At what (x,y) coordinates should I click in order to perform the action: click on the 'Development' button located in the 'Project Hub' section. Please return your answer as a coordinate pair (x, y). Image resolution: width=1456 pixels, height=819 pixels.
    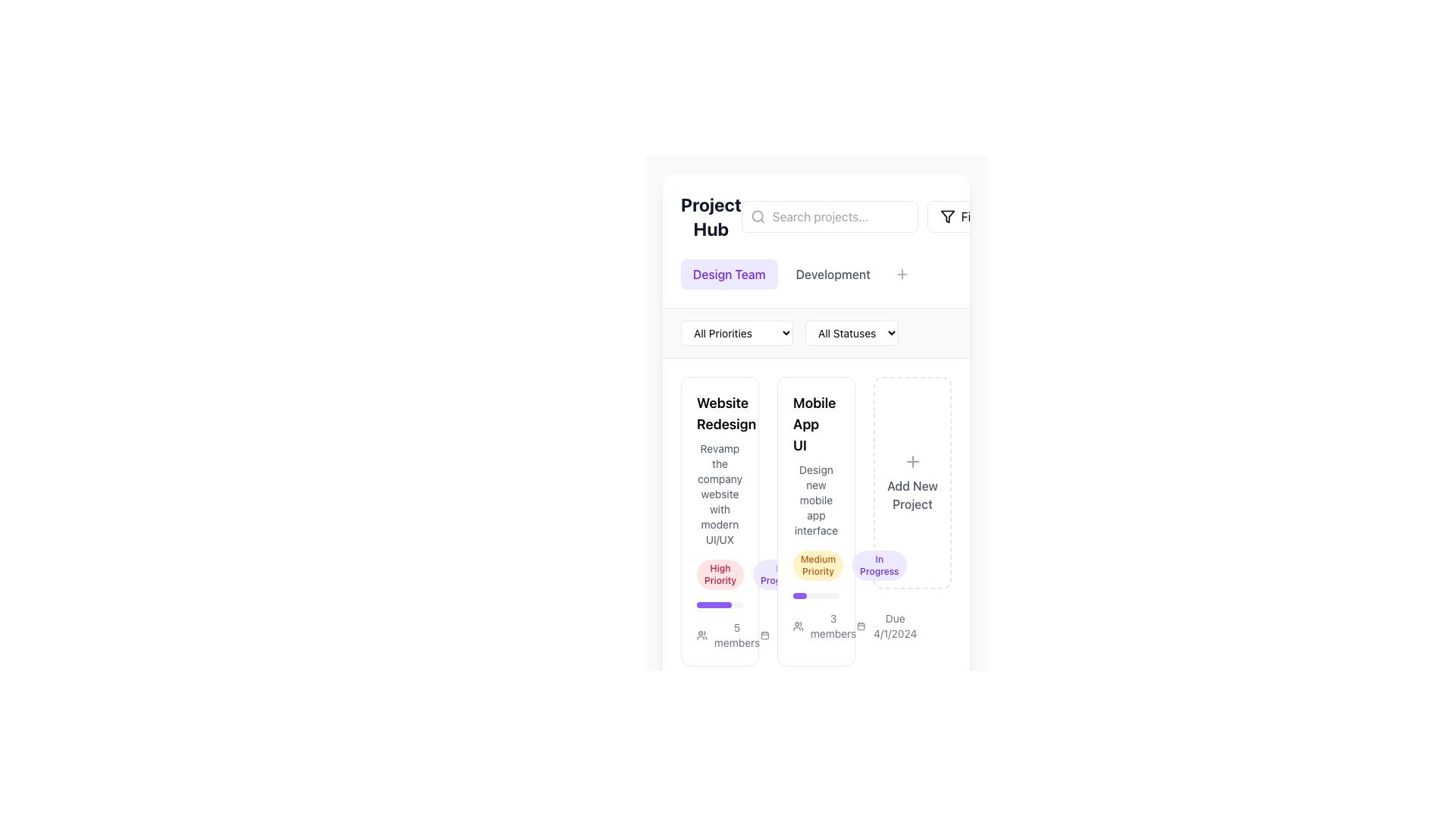
    Looking at the image, I should click on (832, 275).